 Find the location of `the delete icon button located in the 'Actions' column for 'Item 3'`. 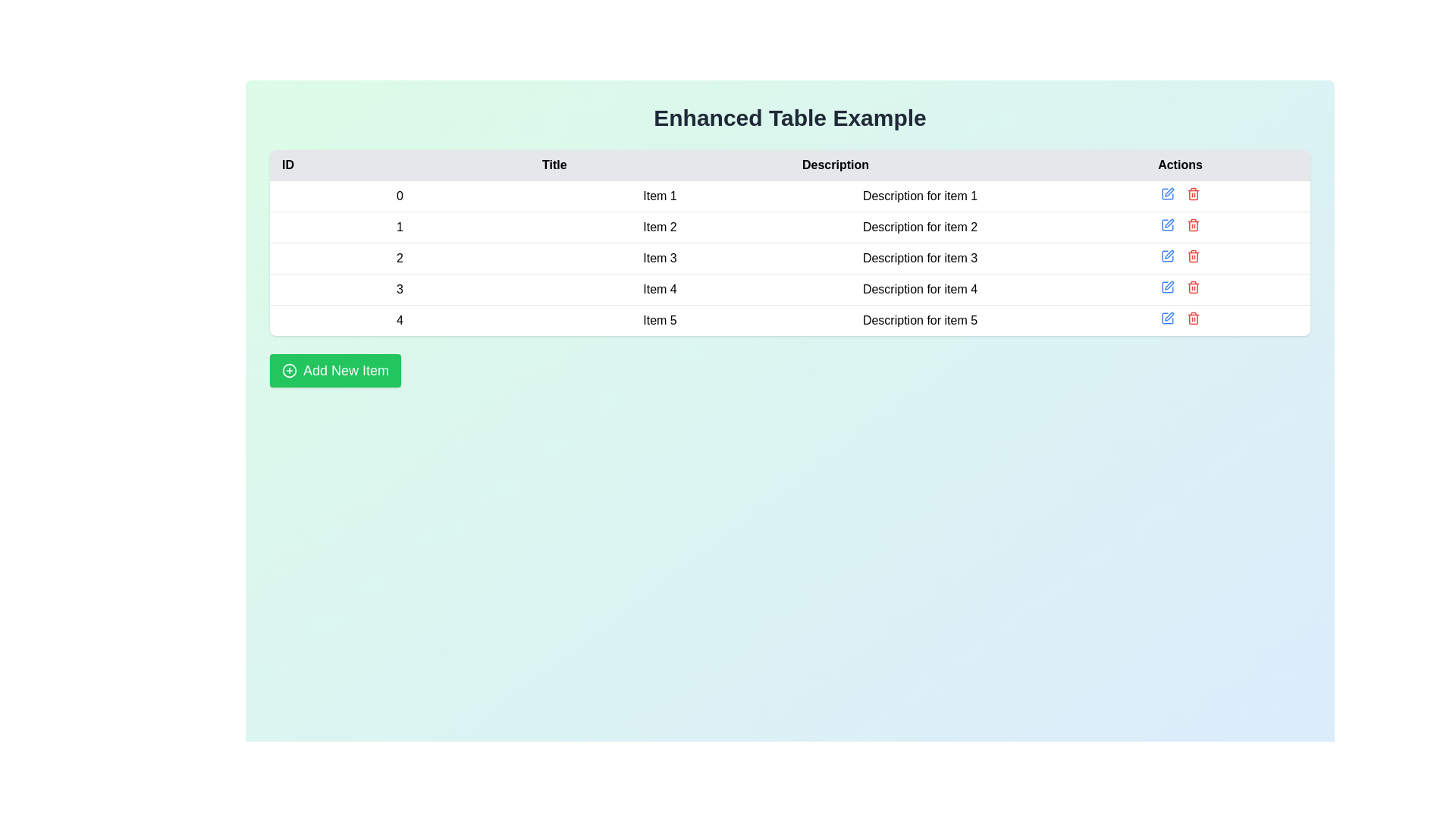

the delete icon button located in the 'Actions' column for 'Item 3' is located at coordinates (1192, 256).